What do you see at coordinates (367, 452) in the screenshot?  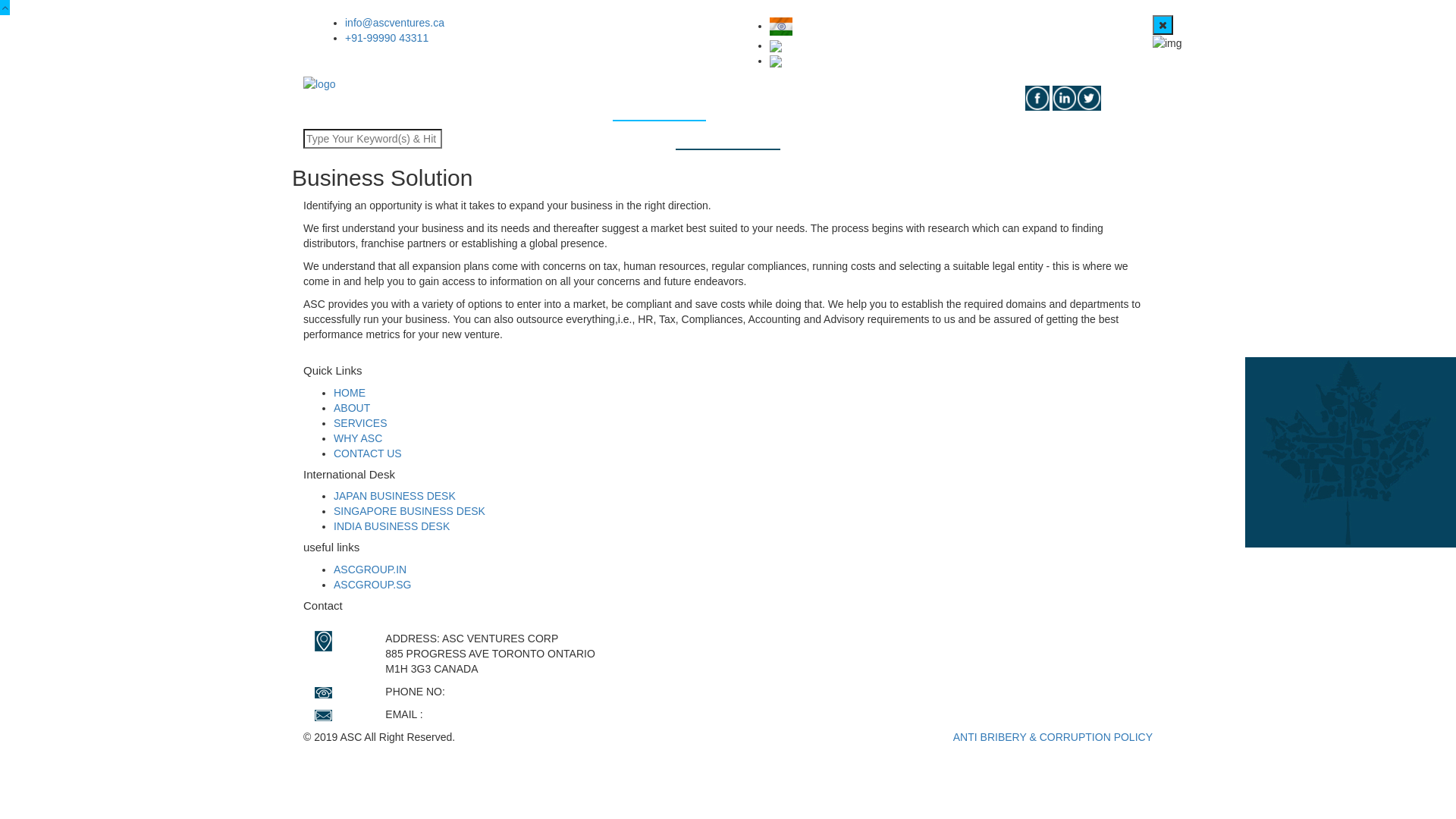 I see `'CONTACT US'` at bounding box center [367, 452].